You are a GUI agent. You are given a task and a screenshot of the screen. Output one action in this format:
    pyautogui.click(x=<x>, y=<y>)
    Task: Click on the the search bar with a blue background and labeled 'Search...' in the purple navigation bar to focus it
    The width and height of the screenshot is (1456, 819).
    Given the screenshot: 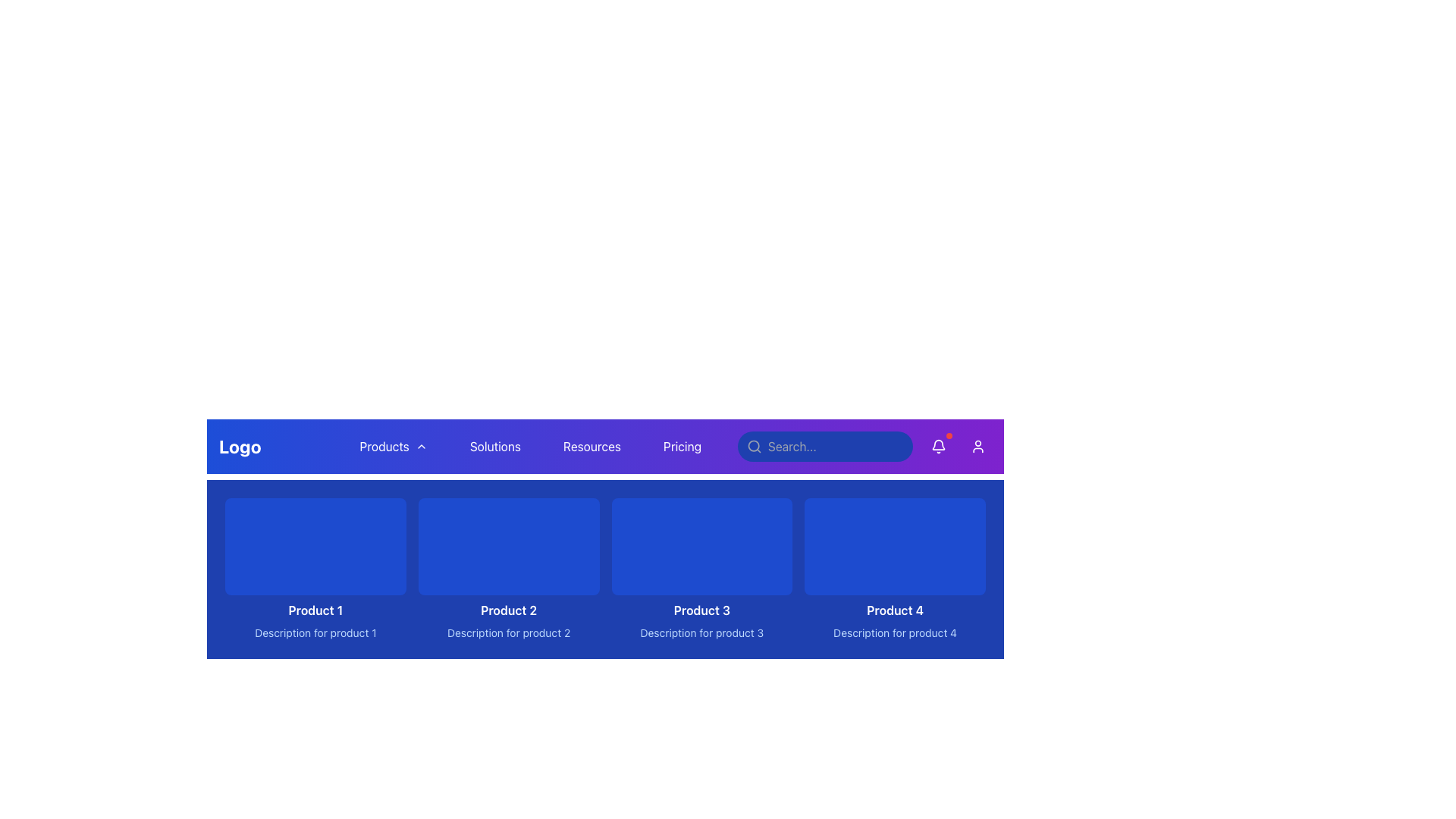 What is the action you would take?
    pyautogui.click(x=864, y=446)
    